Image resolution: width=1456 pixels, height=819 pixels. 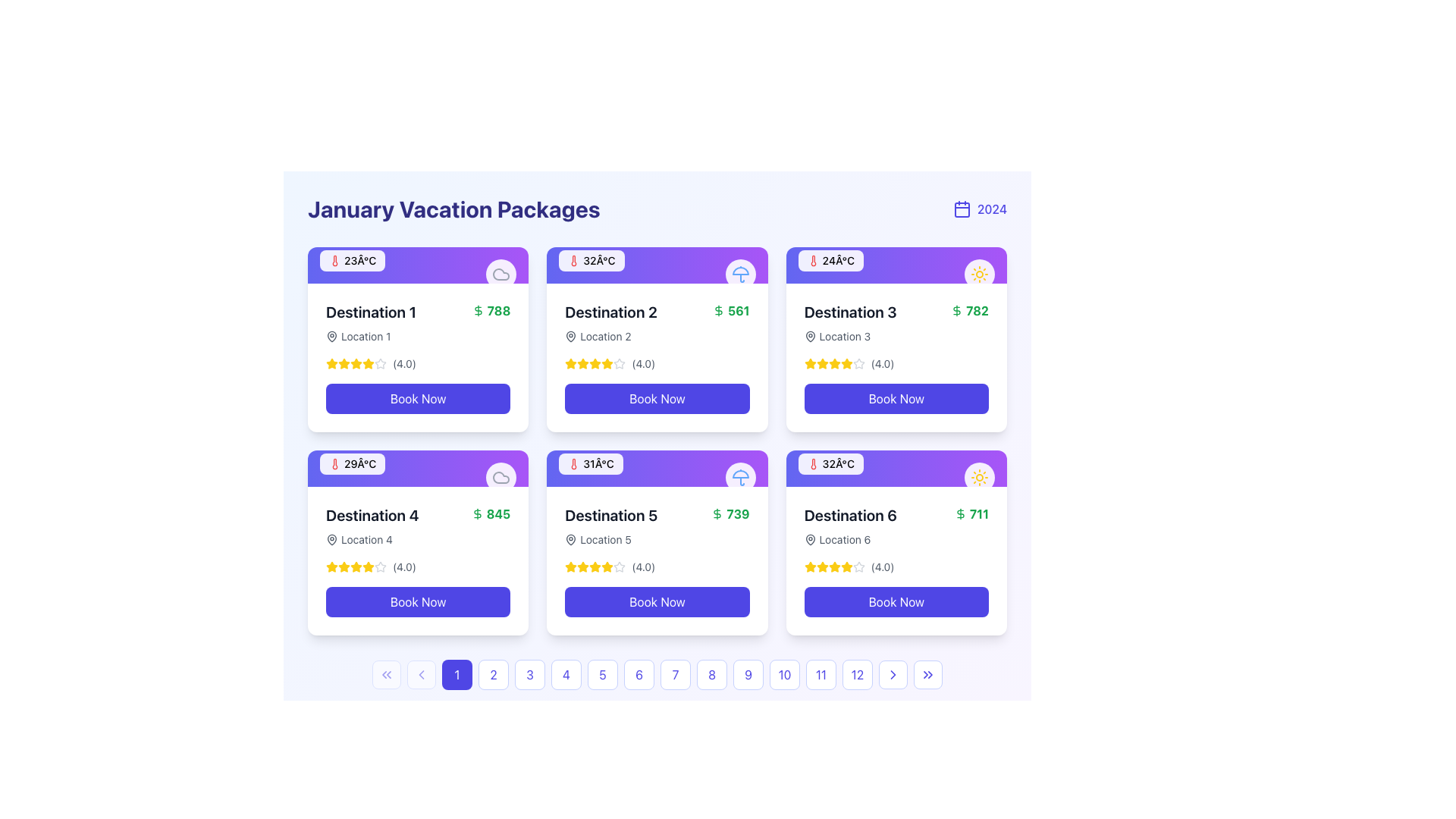 What do you see at coordinates (566, 674) in the screenshot?
I see `the fourth pagination button located at the bottom center of the interface` at bounding box center [566, 674].